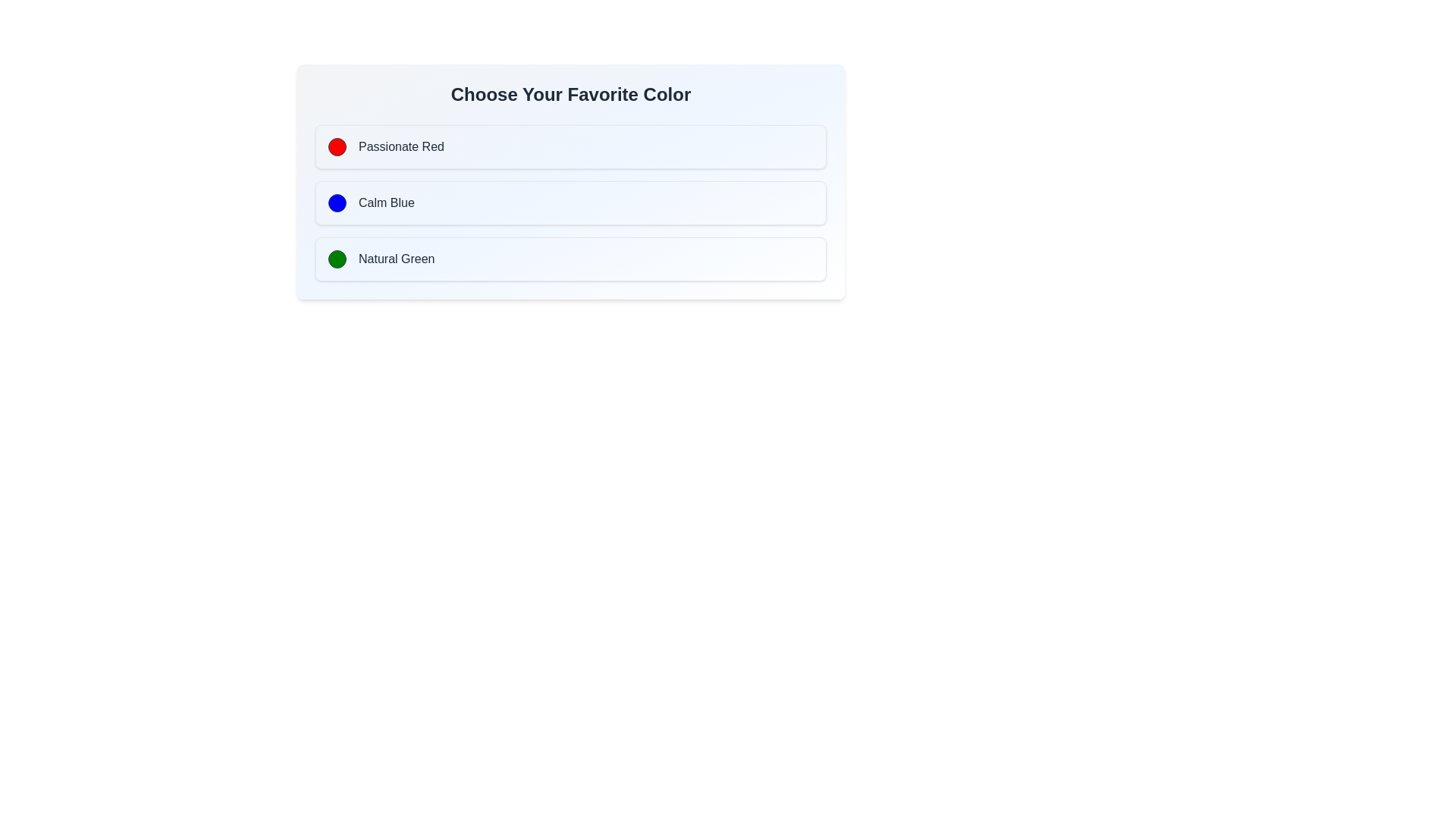 The width and height of the screenshot is (1456, 819). I want to click on the 'Natural Green' button located below 'Passionate Red' and 'Calm Blue', so click(570, 259).